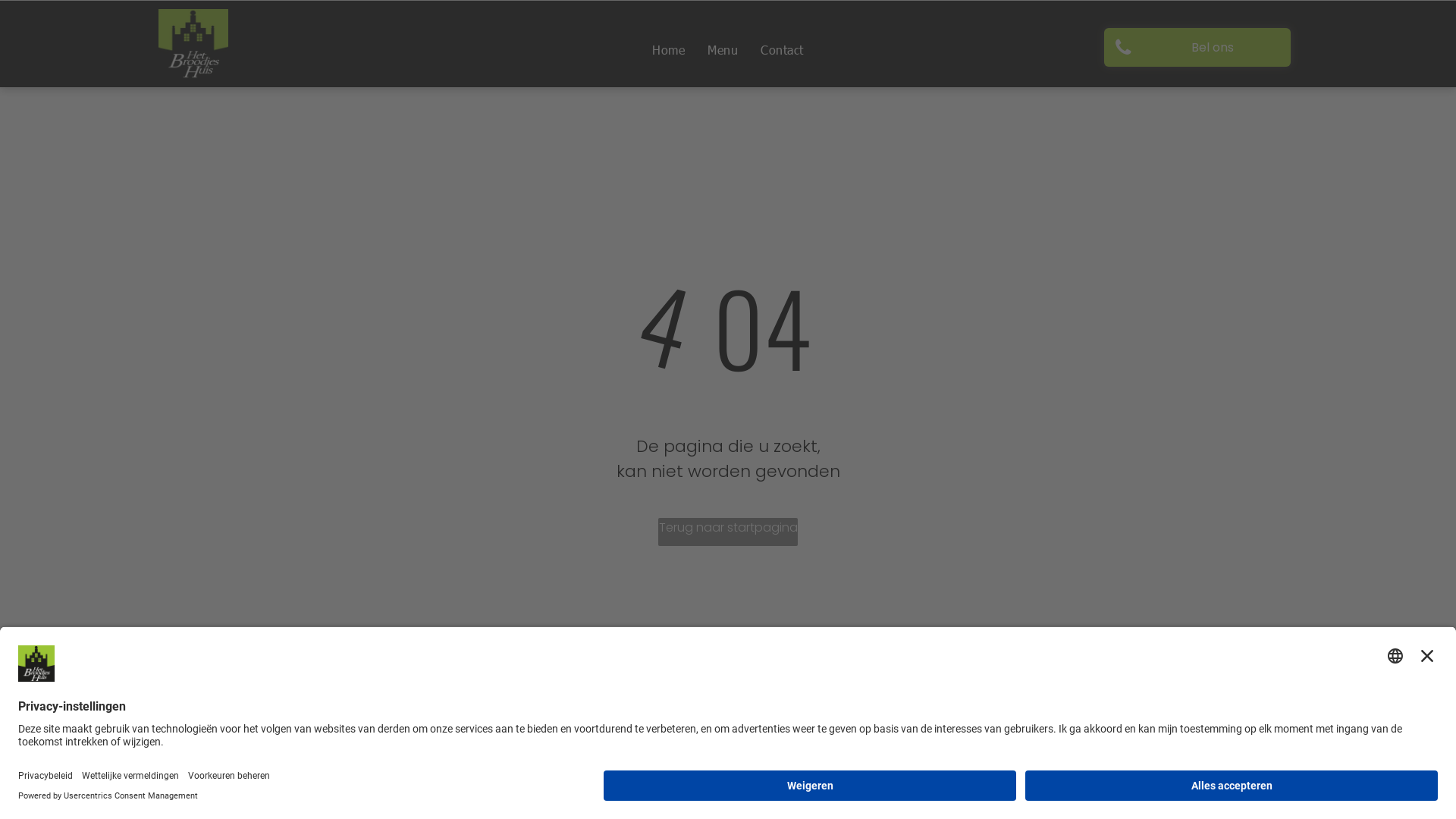 Image resolution: width=1456 pixels, height=819 pixels. I want to click on 'Terug naar startpagina', so click(728, 531).